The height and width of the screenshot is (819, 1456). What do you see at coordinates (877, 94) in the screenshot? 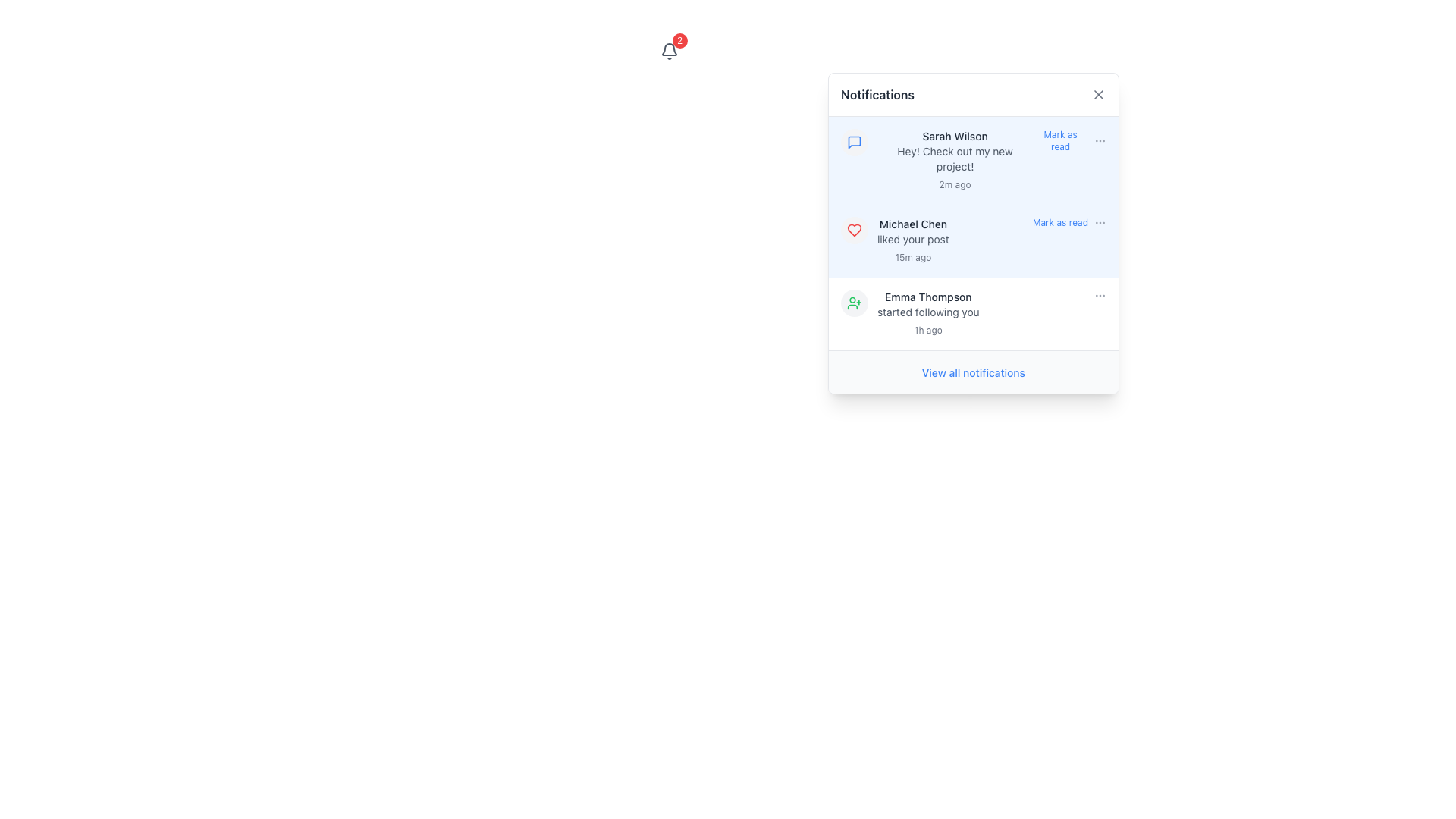
I see `text header located at the top-left section of the notification menu, which provides context for the following content` at bounding box center [877, 94].